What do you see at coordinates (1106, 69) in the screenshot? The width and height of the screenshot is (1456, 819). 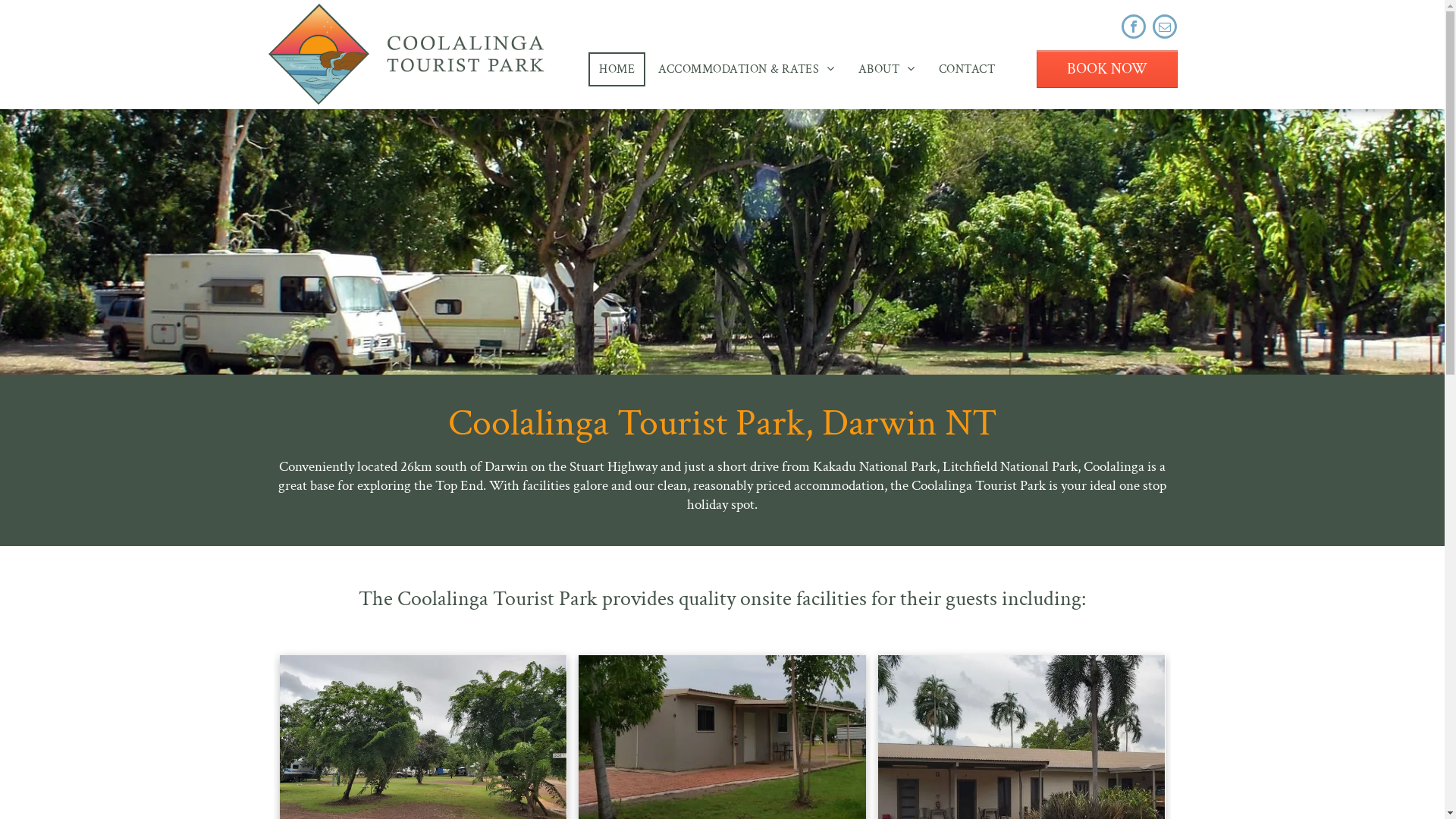 I see `'BOOK NOW'` at bounding box center [1106, 69].